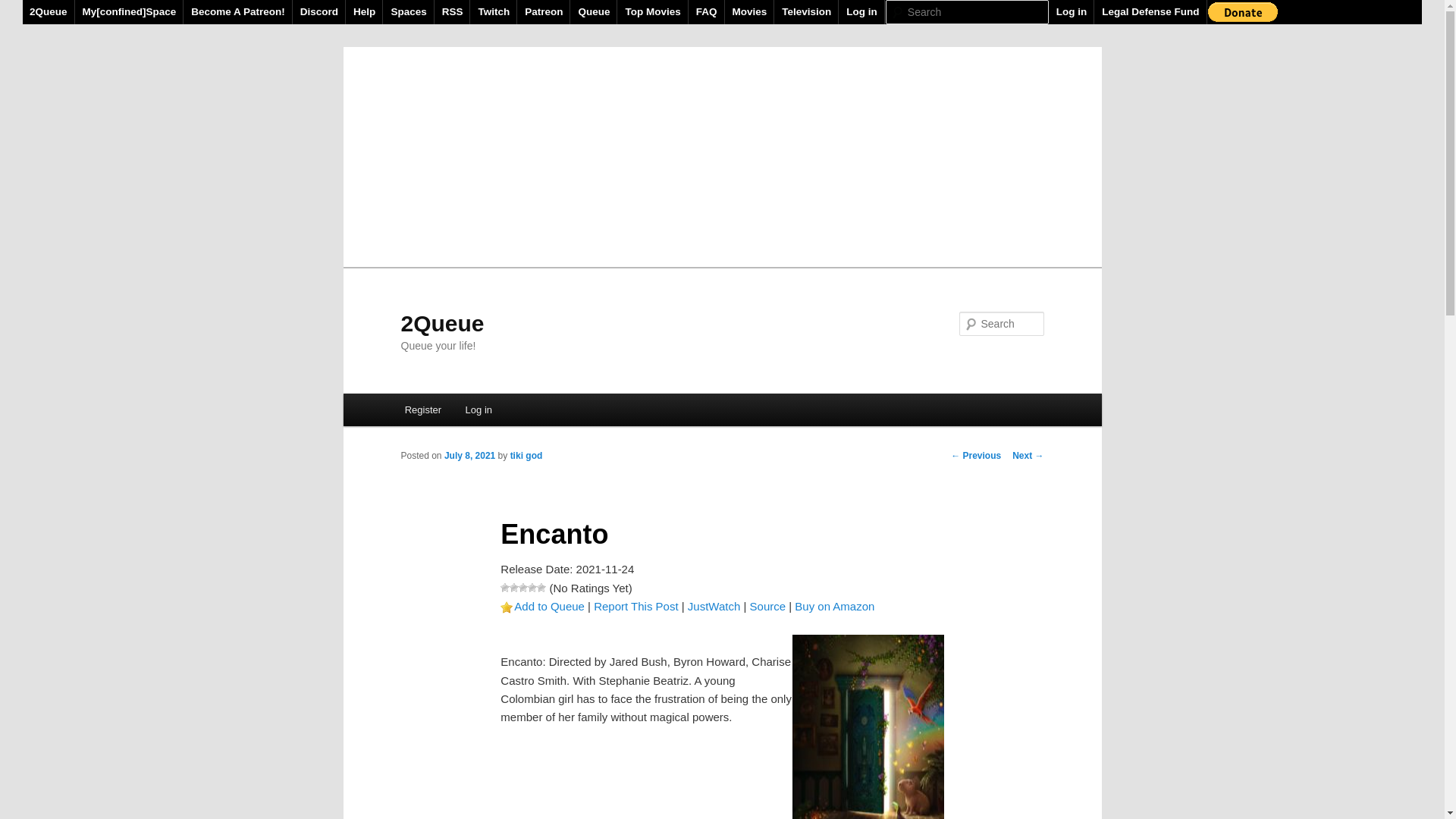 The image size is (1456, 819). I want to click on 'Skip to secondary content', so click(479, 412).